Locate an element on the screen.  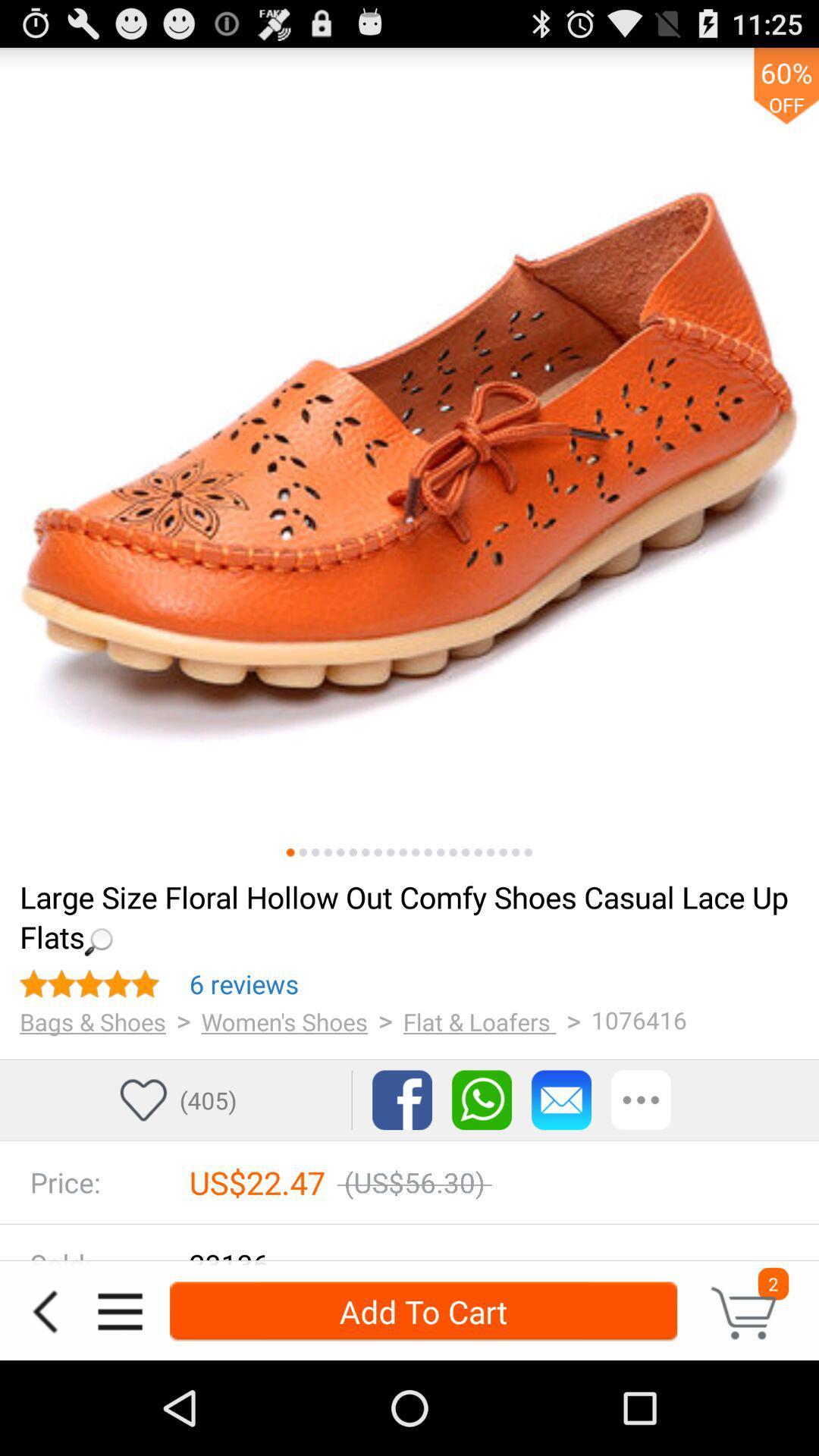
the 19th picture is located at coordinates (515, 852).